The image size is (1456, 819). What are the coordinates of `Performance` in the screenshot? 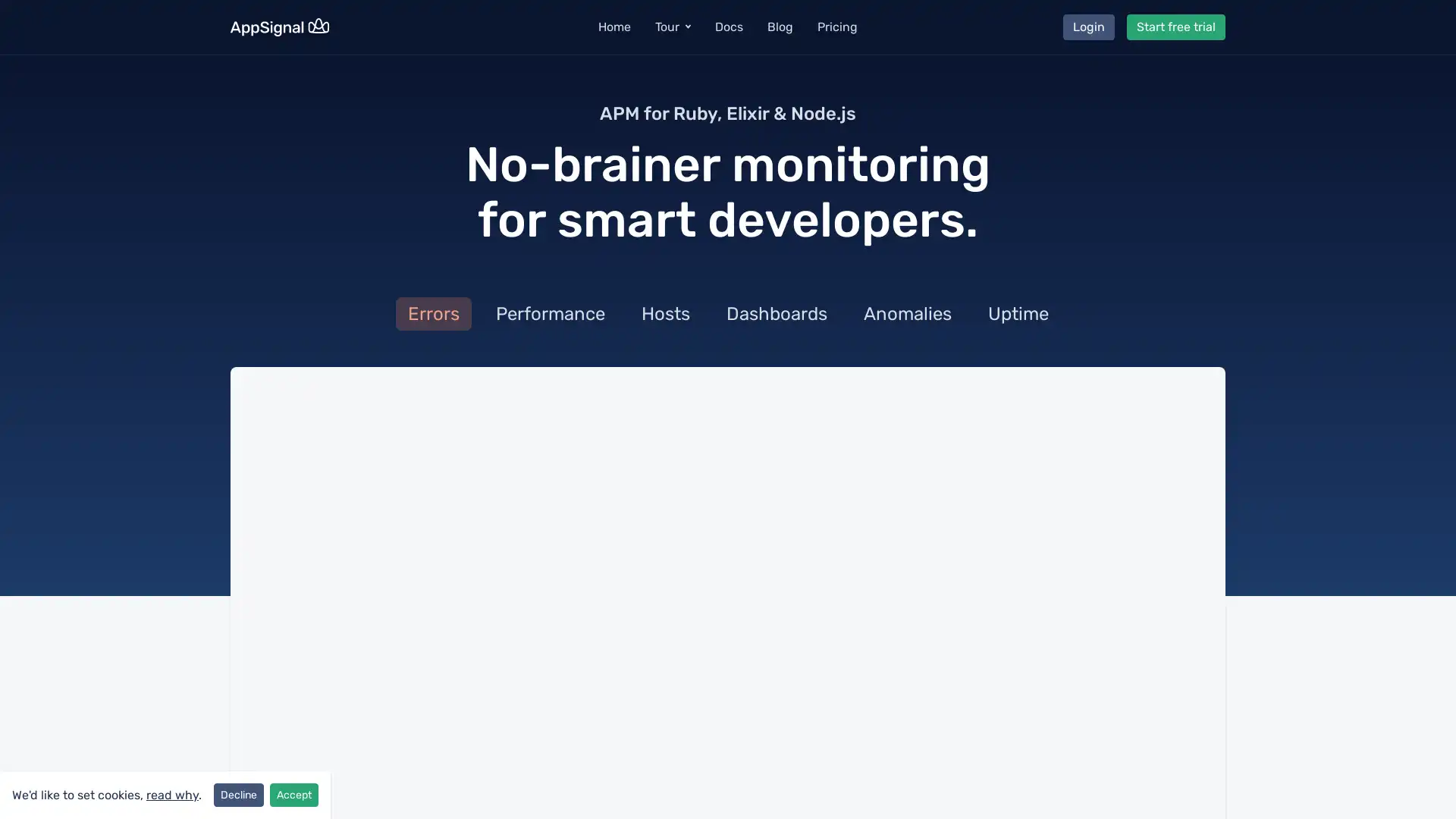 It's located at (548, 312).